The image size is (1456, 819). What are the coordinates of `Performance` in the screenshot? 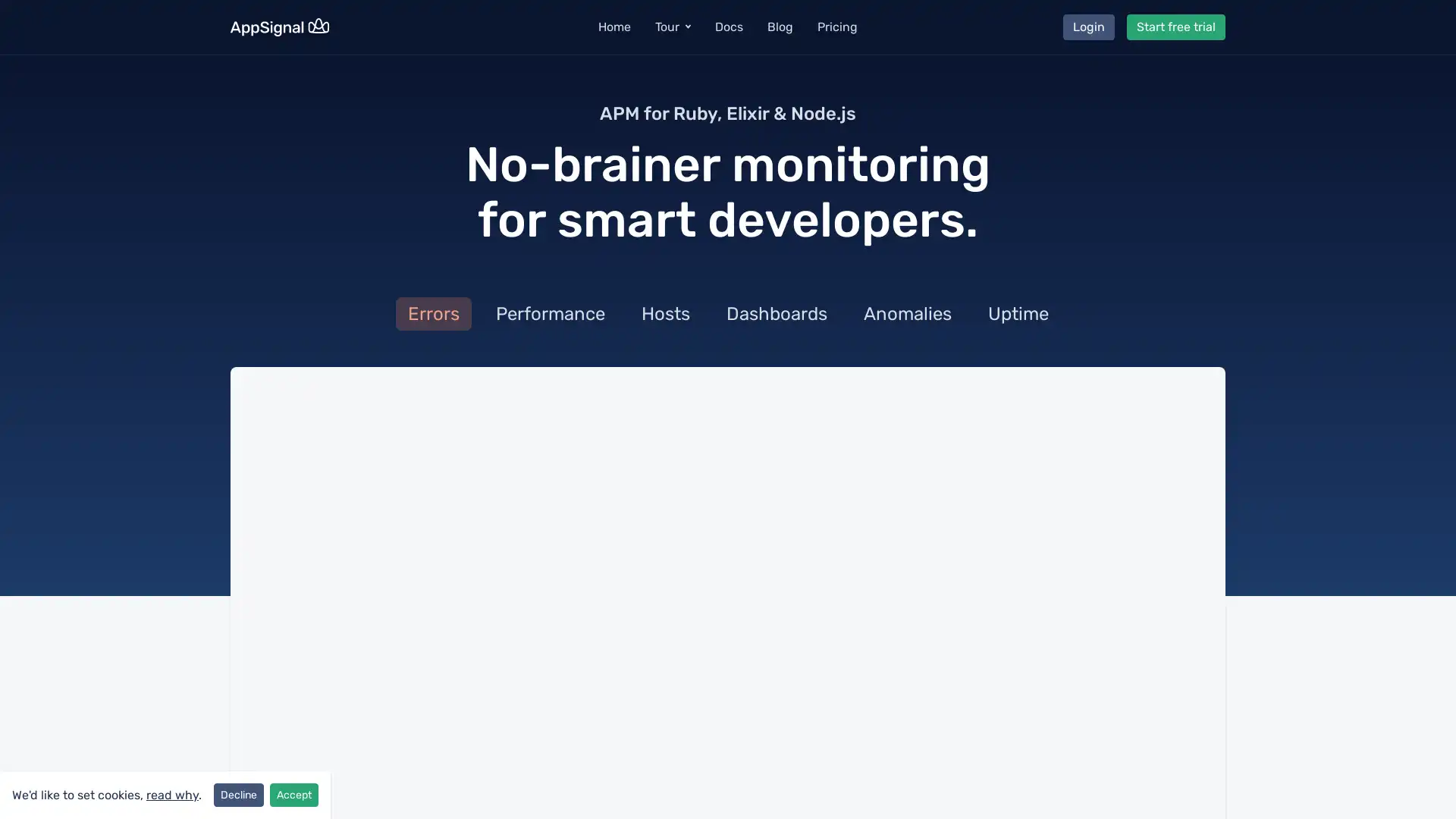 It's located at (548, 312).